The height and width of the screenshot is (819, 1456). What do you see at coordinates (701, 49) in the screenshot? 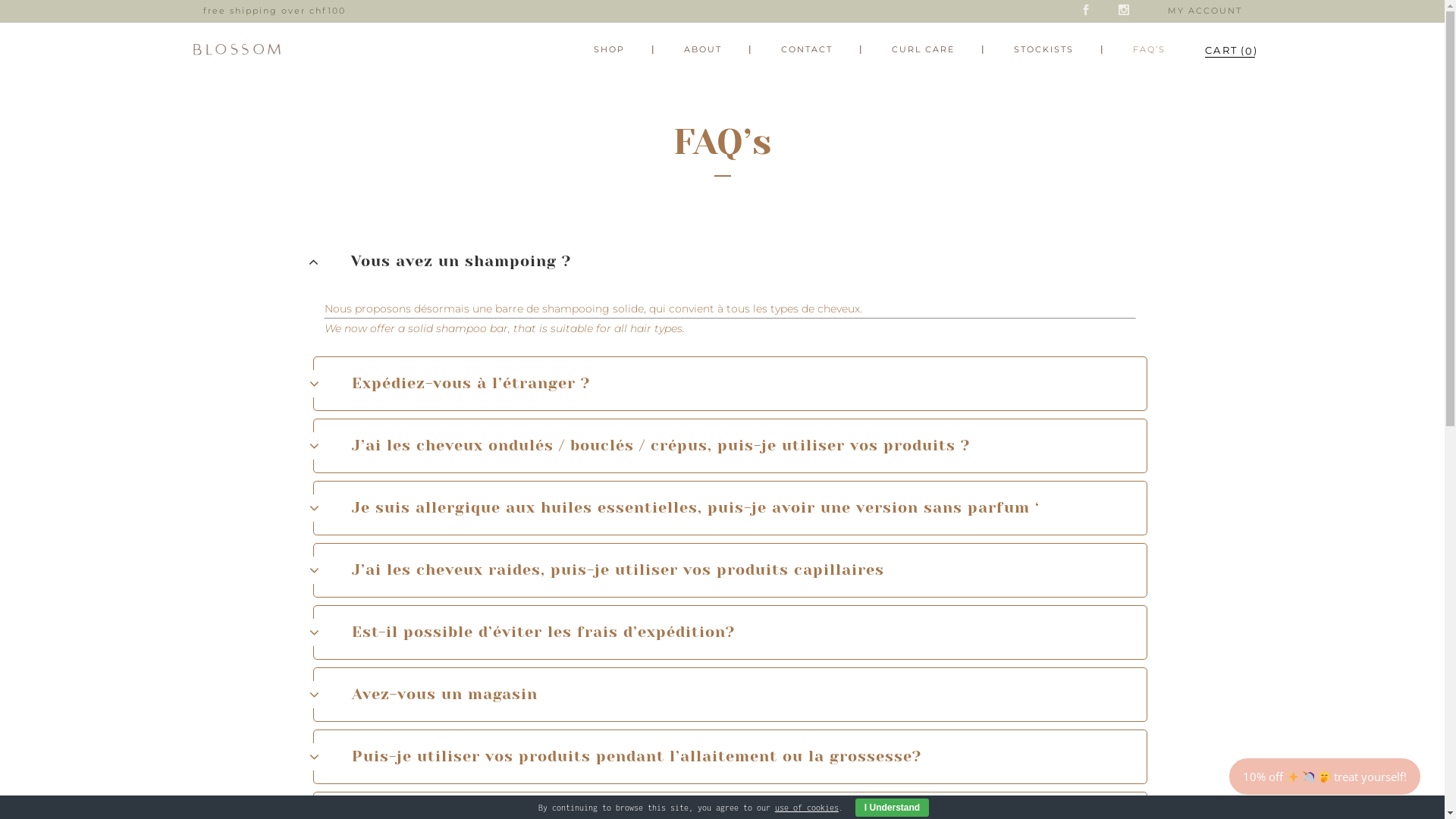
I see `'ABOUT'` at bounding box center [701, 49].